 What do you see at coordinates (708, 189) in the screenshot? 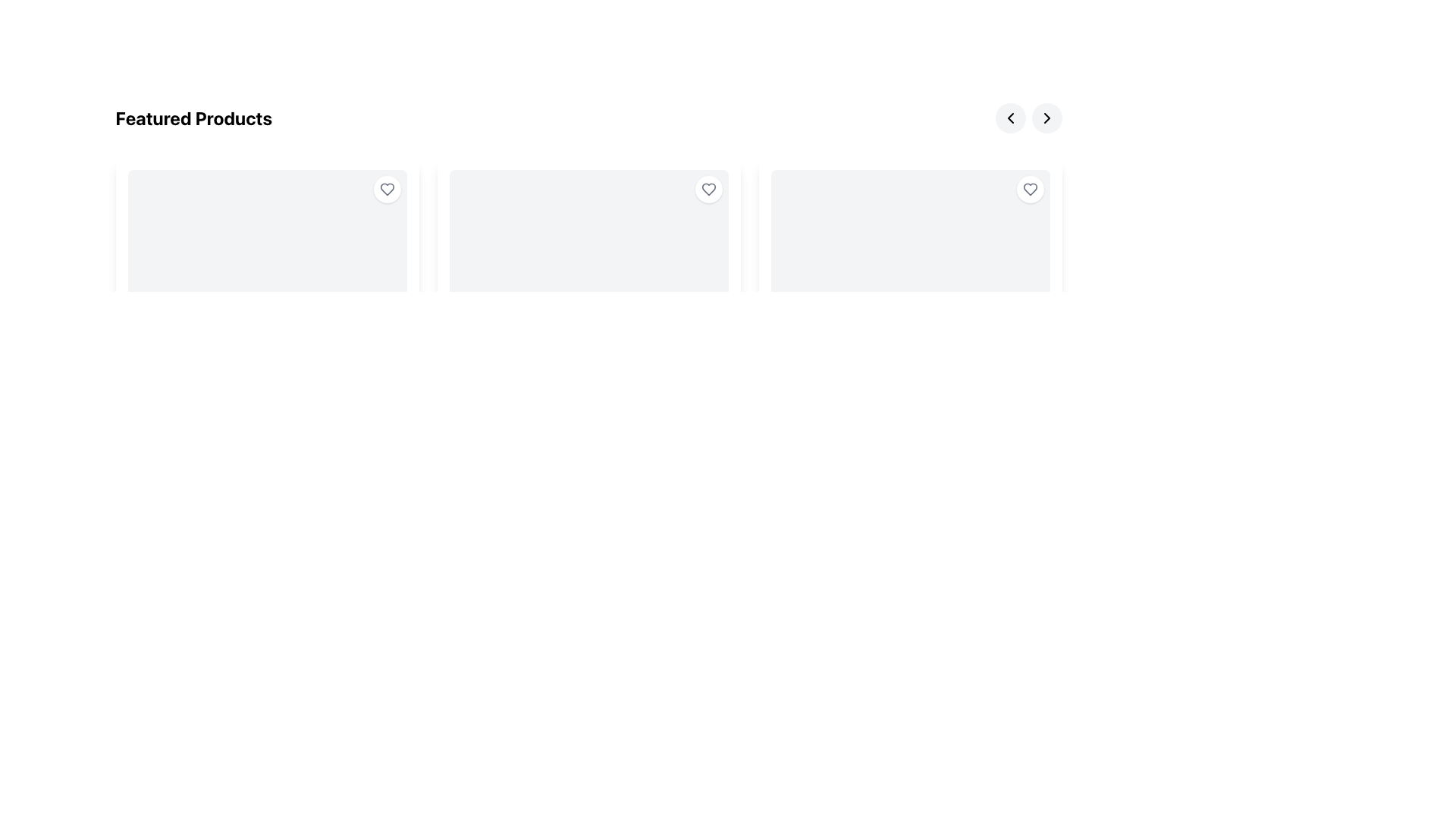
I see `the heart icon within the 'Favorite' button located at the top-right corner of the card in the 'Featured Products' section` at bounding box center [708, 189].